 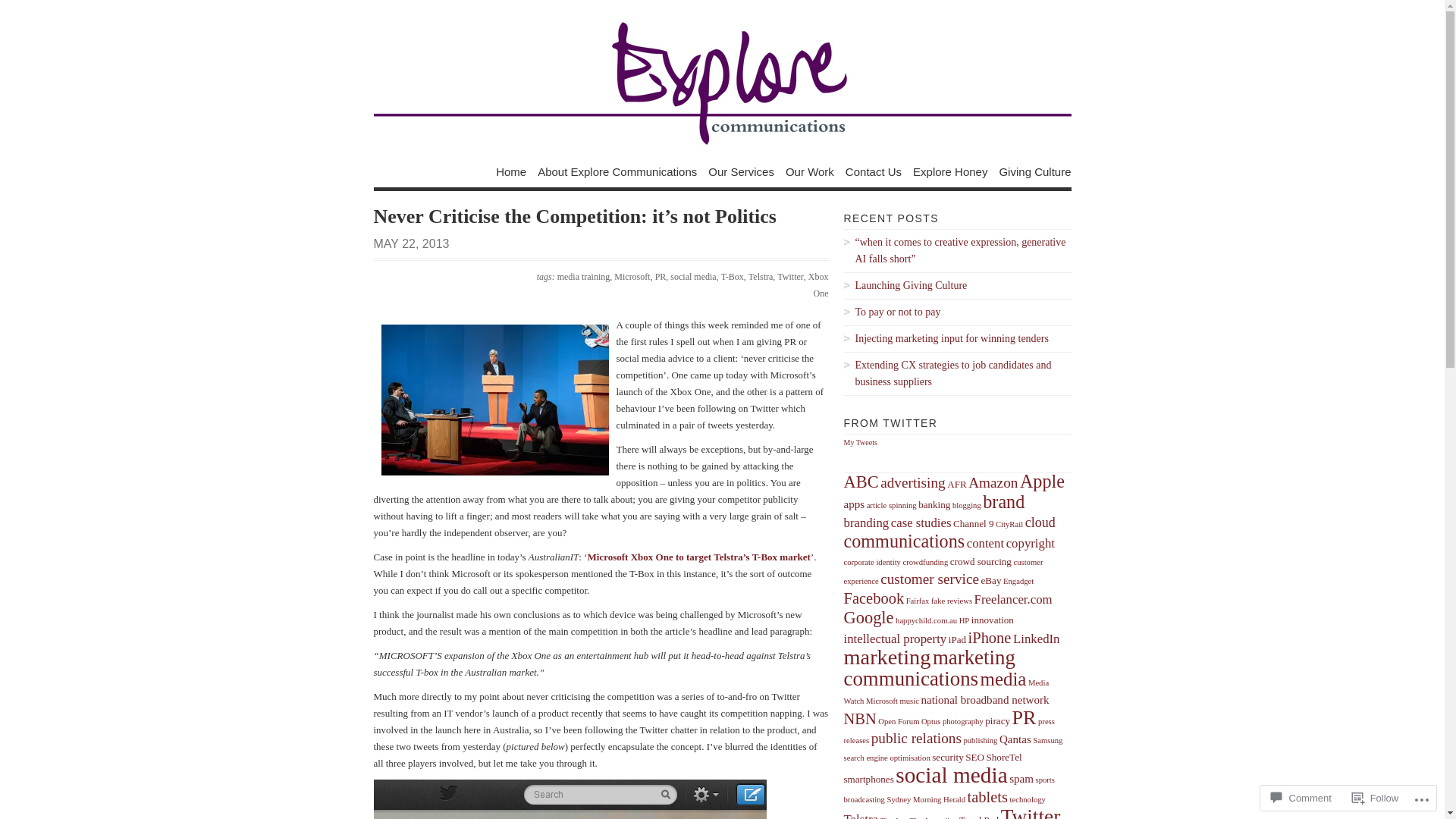 What do you see at coordinates (632, 277) in the screenshot?
I see `'Microsoft'` at bounding box center [632, 277].